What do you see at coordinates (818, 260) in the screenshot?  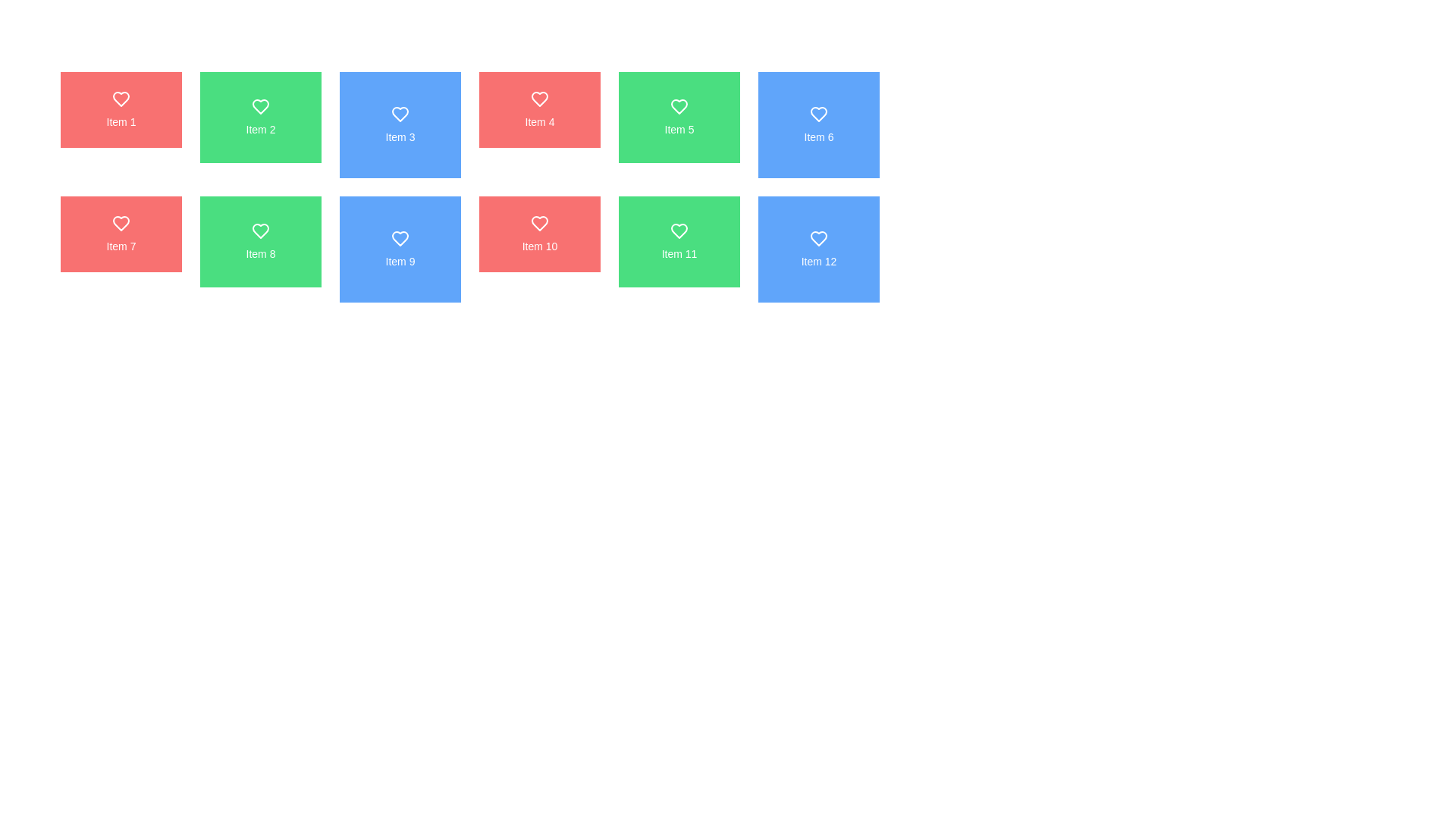 I see `text label identifying Item 12, located in the last row and third from the left in the grid layout` at bounding box center [818, 260].